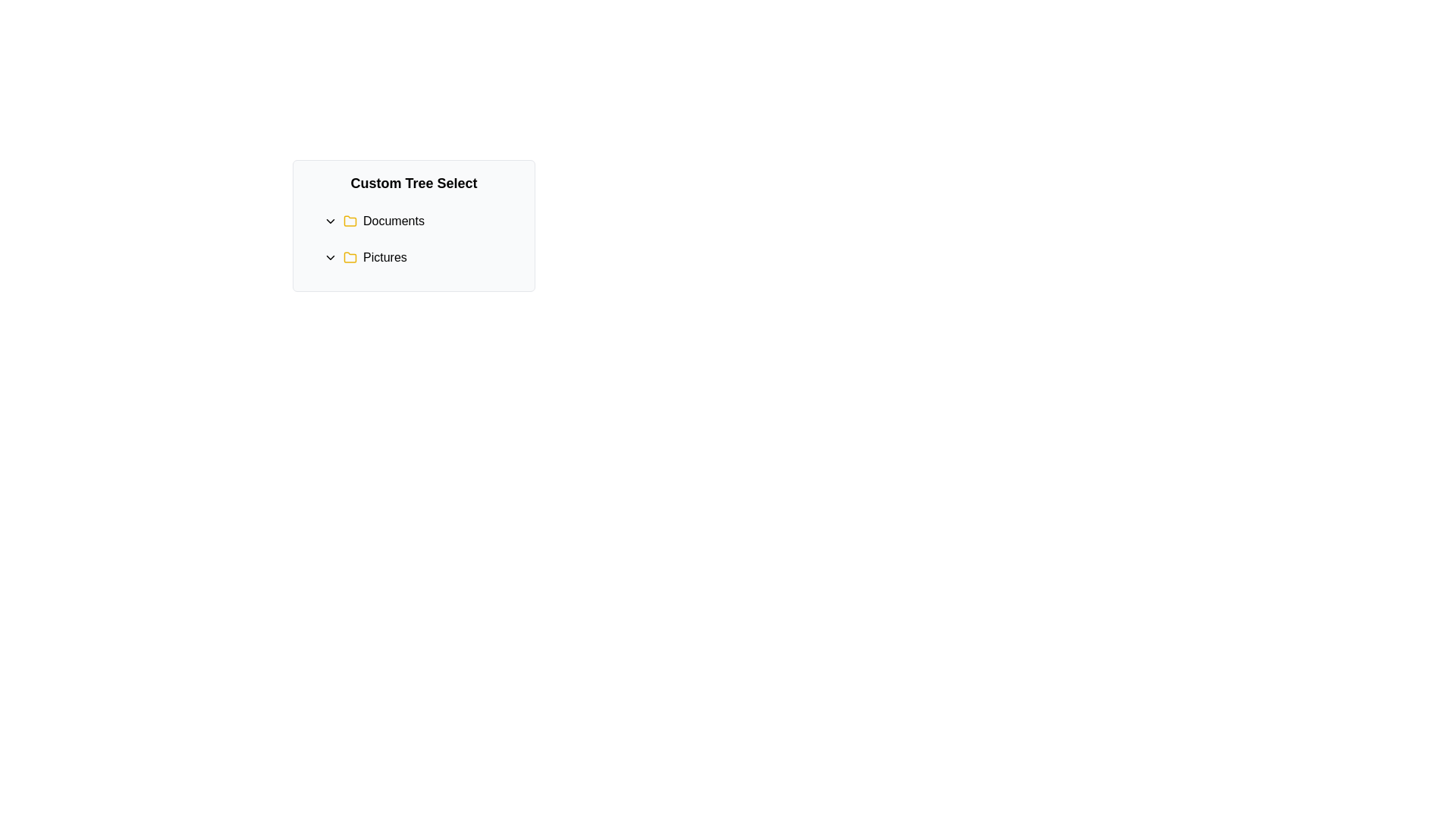 The width and height of the screenshot is (1456, 819). Describe the element at coordinates (414, 225) in the screenshot. I see `the 'Documents' folder icon or text in the Tree view component` at that location.